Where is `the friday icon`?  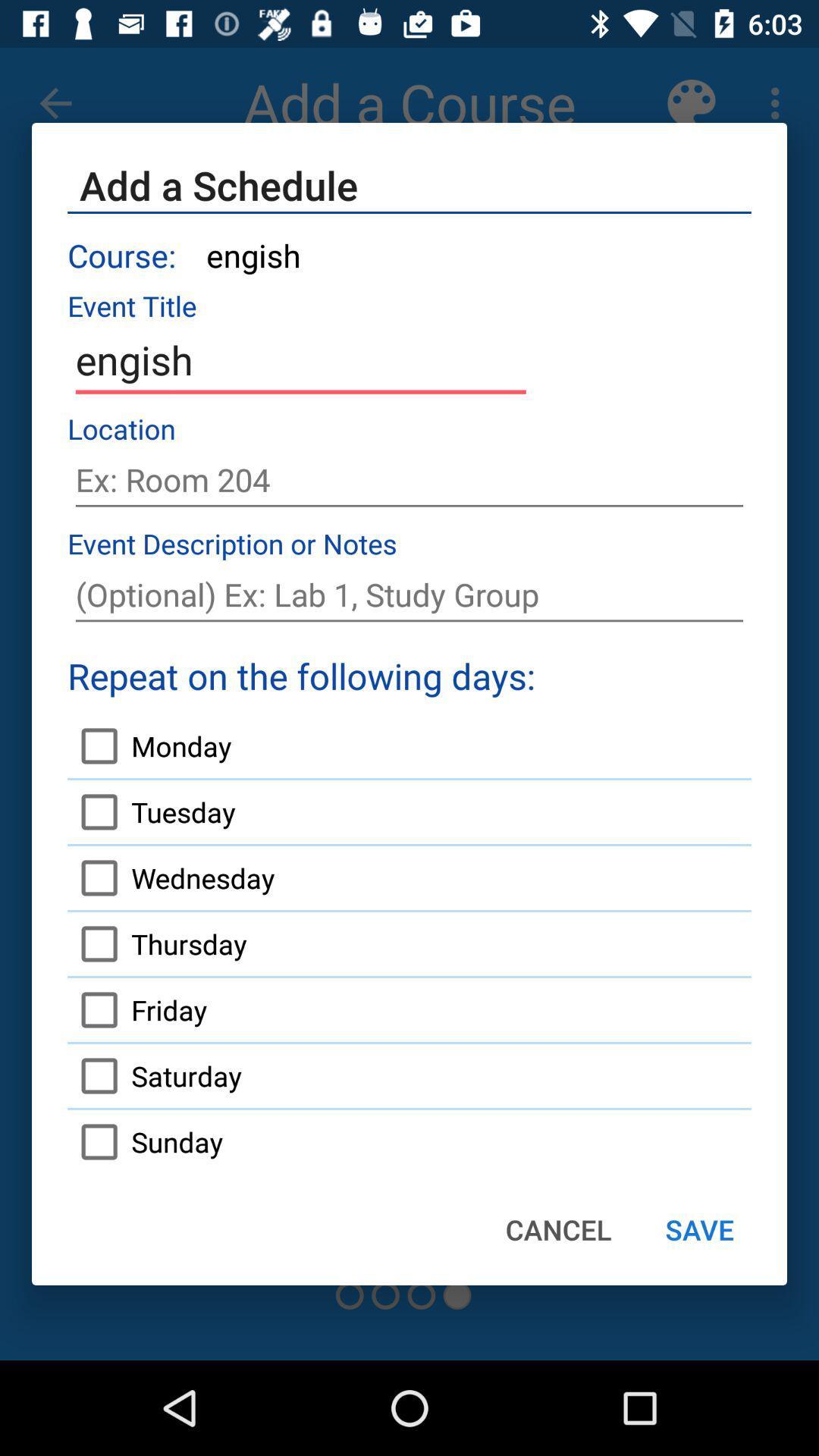 the friday icon is located at coordinates (137, 1009).